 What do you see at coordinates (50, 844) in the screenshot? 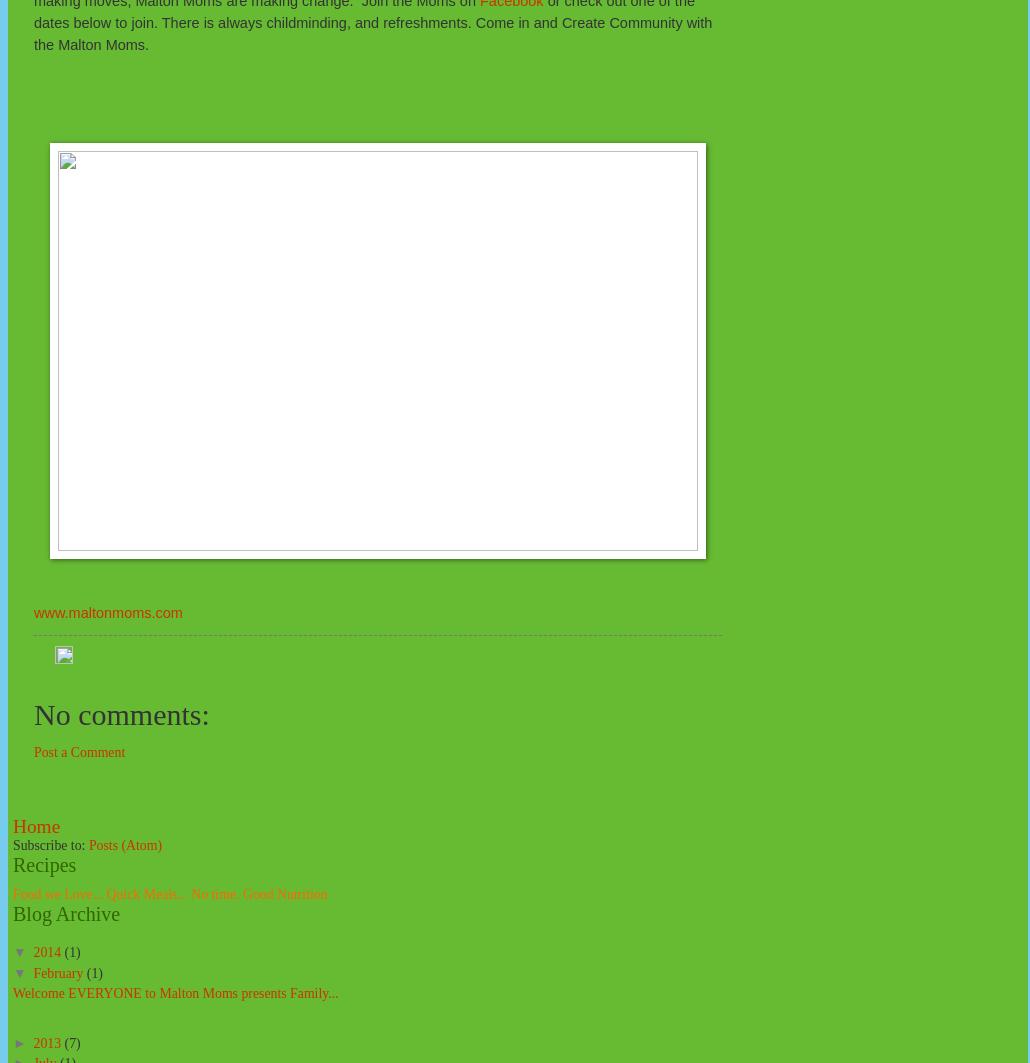
I see `'Subscribe to:'` at bounding box center [50, 844].